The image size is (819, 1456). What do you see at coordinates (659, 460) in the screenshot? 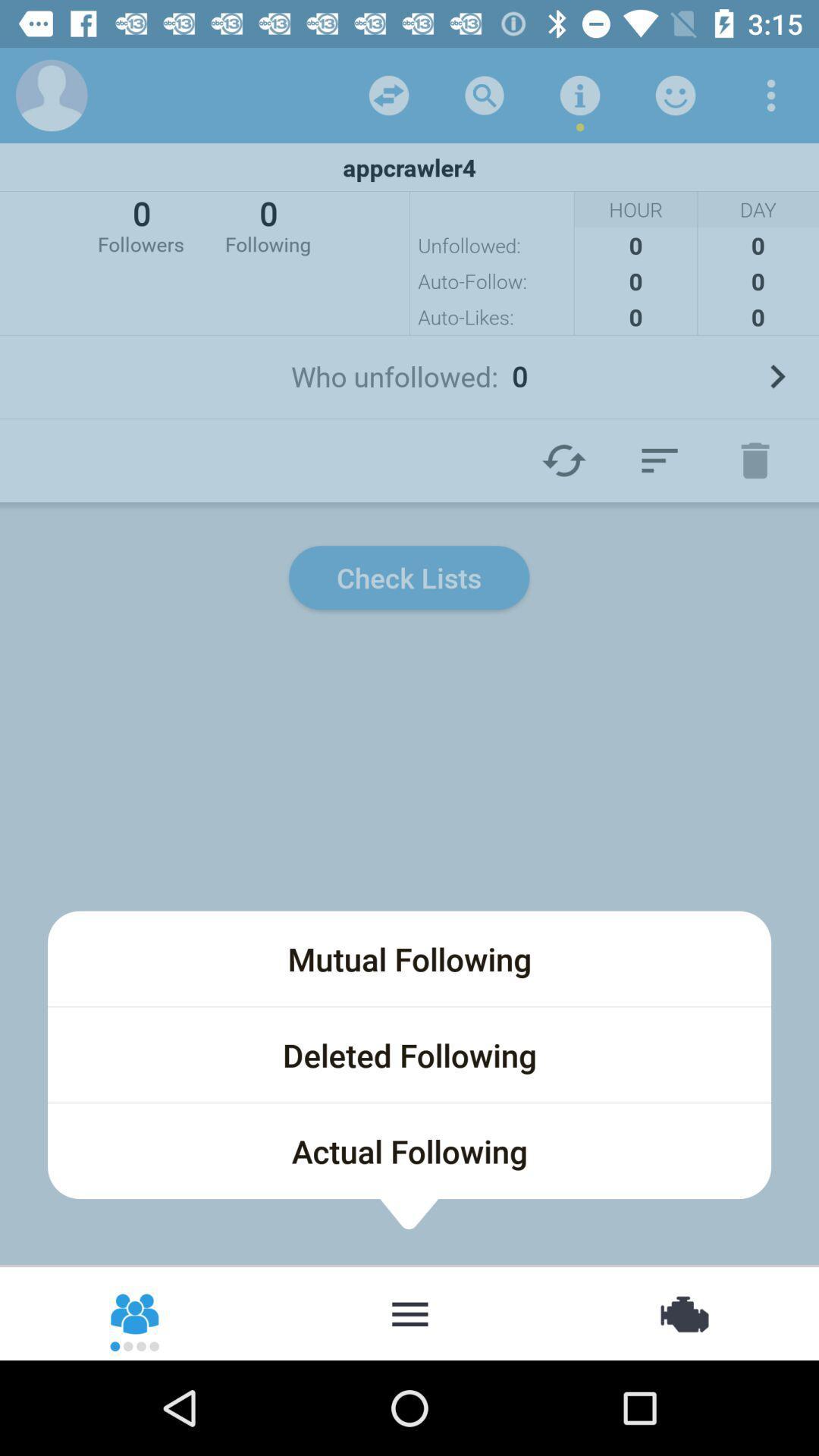
I see `the filter_list icon` at bounding box center [659, 460].